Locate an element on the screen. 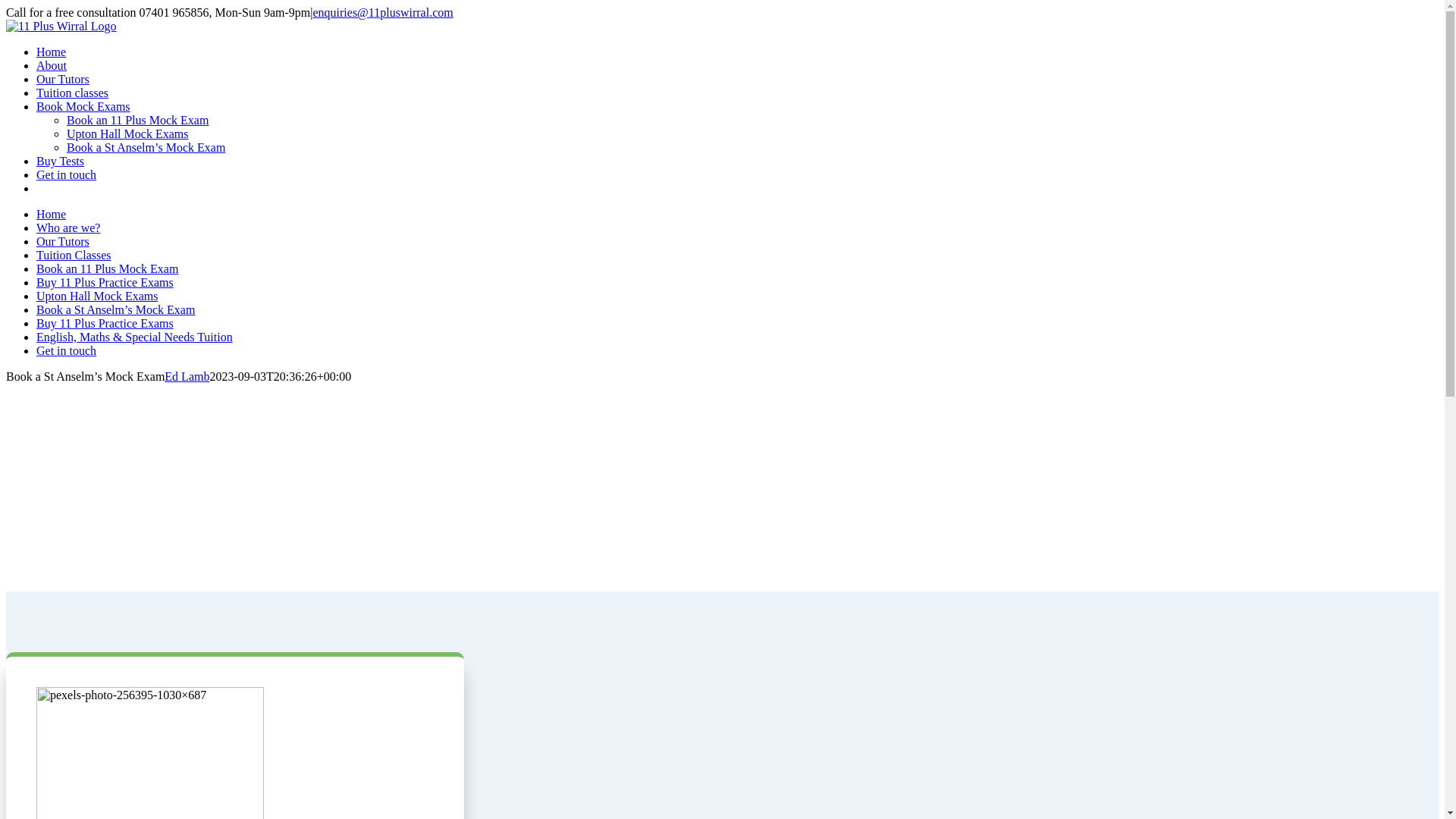 Image resolution: width=1456 pixels, height=819 pixels. 'Get in touch' is located at coordinates (65, 350).